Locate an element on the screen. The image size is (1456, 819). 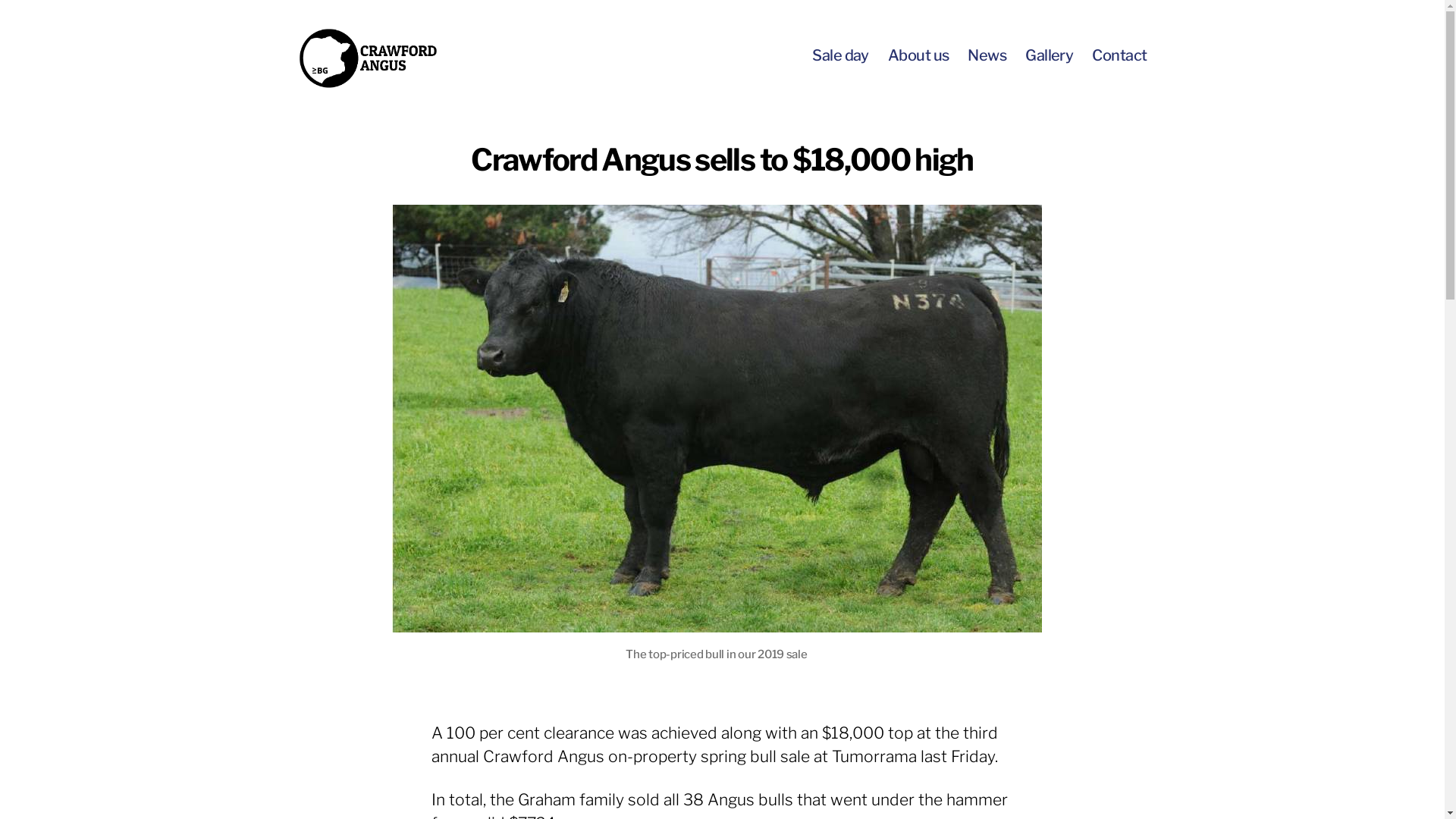
'Contact' is located at coordinates (1119, 55).